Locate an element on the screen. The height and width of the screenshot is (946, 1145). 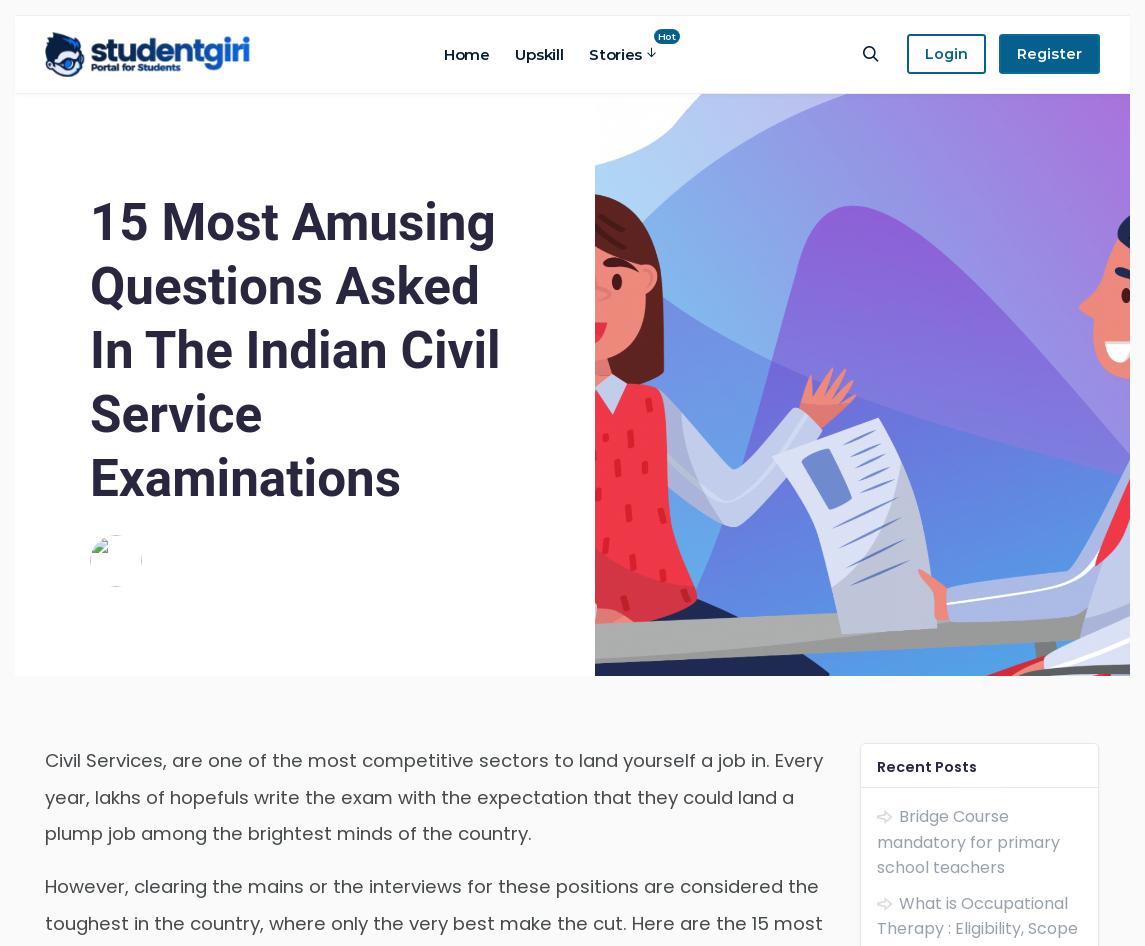
'Register' is located at coordinates (1015, 52).